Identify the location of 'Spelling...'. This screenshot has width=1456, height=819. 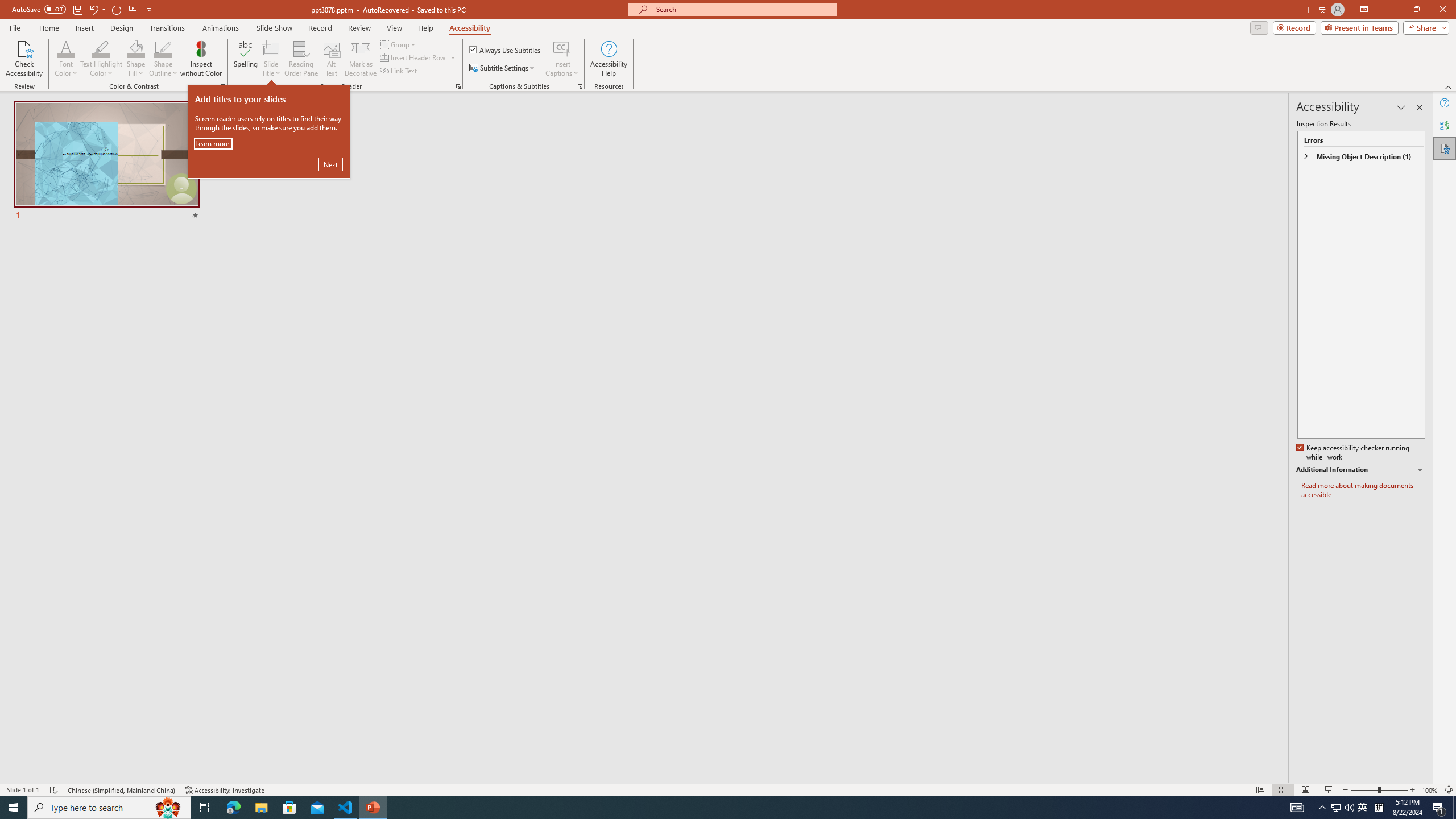
(246, 59).